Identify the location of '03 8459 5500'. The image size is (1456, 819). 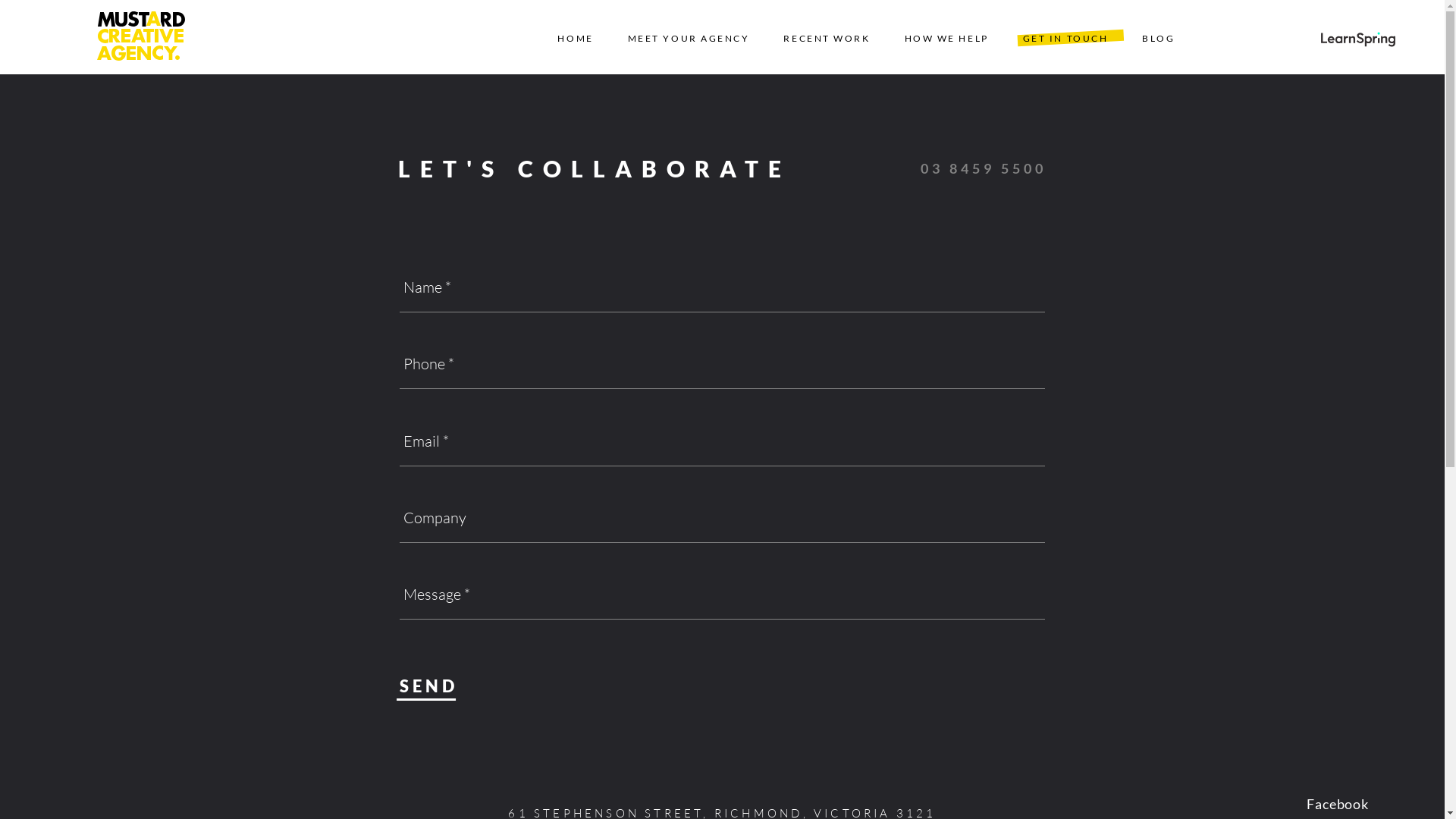
(964, 168).